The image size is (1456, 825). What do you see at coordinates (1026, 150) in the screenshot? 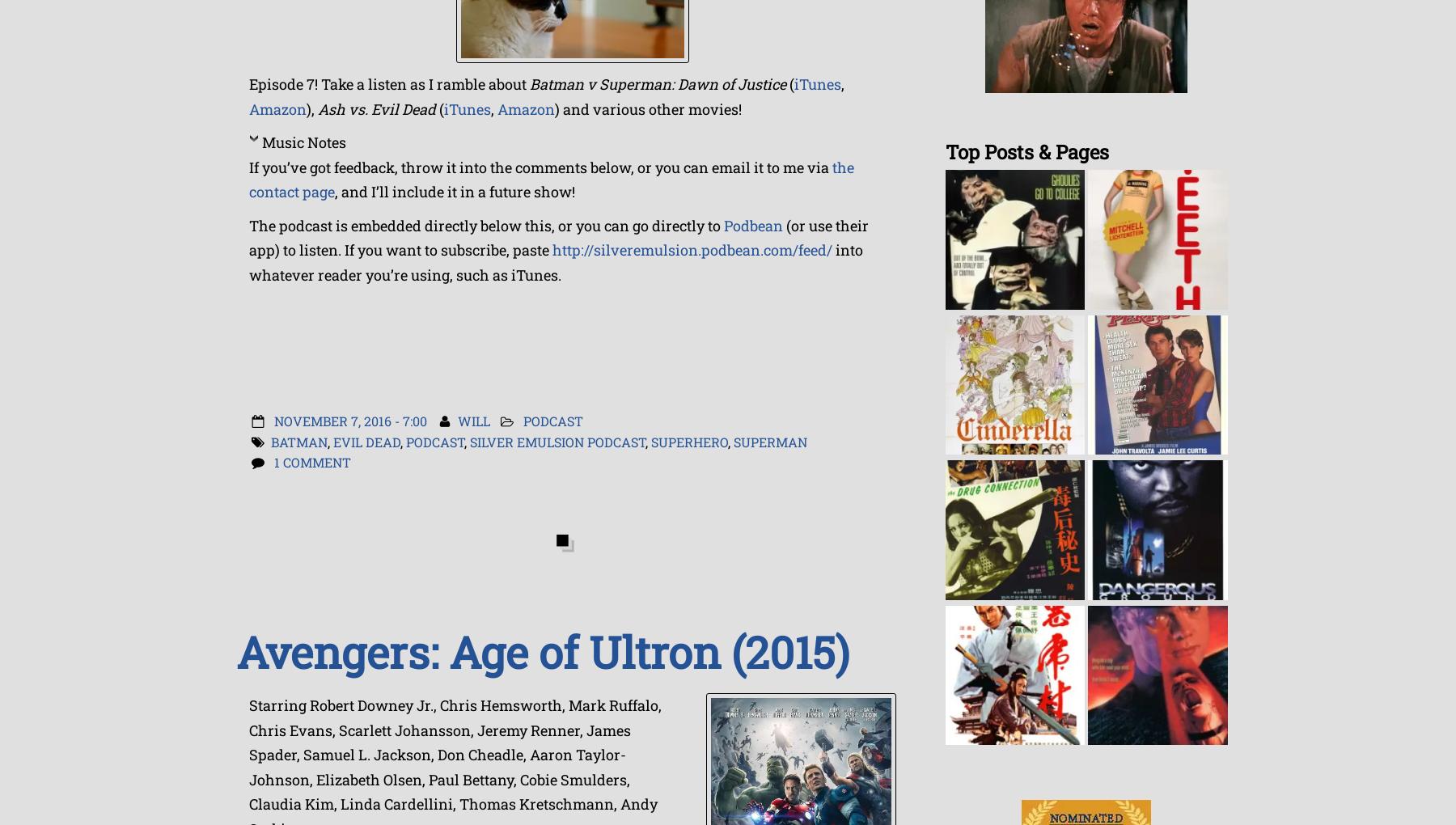
I see `'Top Posts & Pages'` at bounding box center [1026, 150].